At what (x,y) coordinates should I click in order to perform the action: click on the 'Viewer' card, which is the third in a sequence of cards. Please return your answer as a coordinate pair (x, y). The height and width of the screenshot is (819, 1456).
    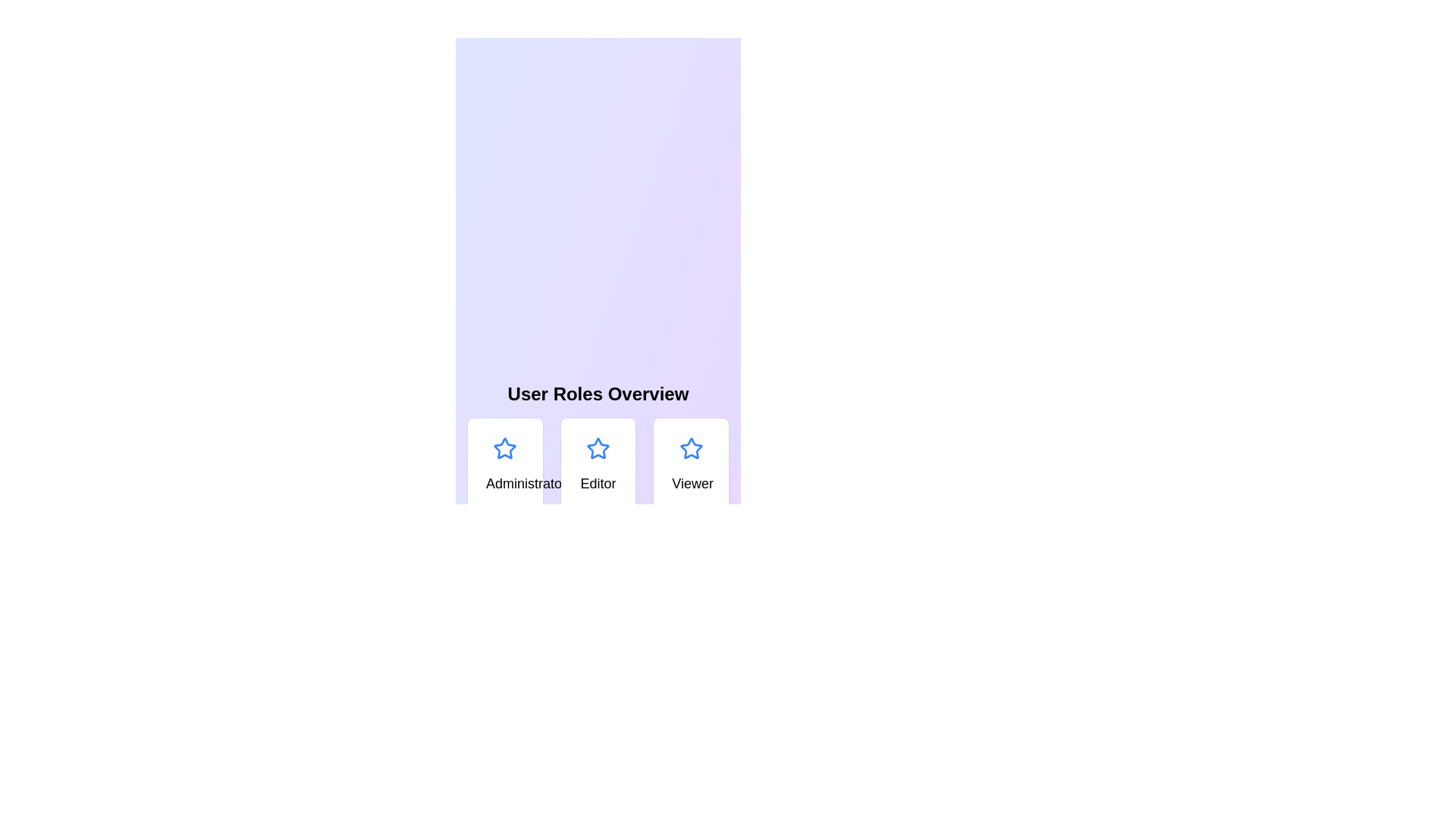
    Looking at the image, I should click on (690, 464).